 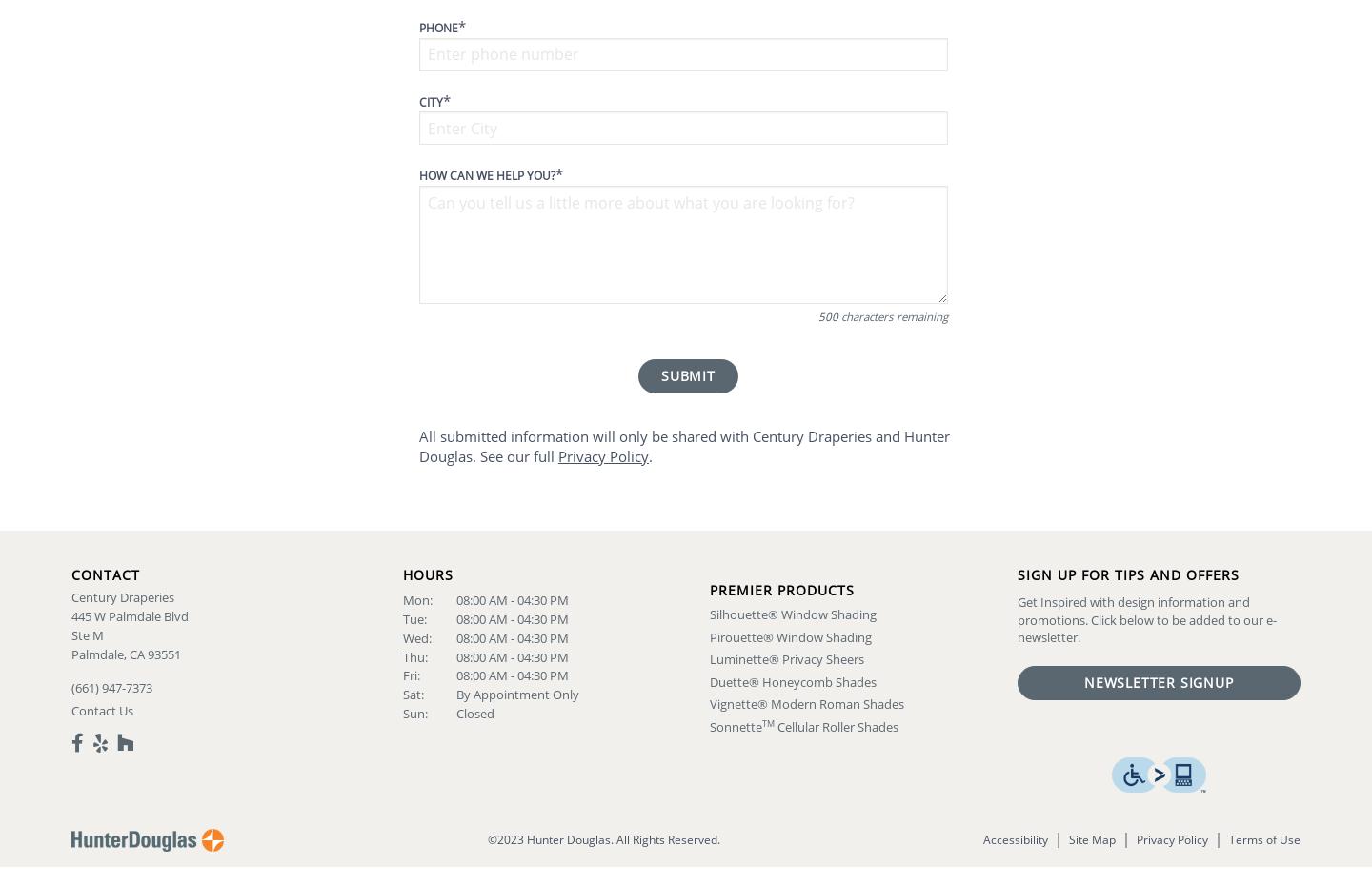 I want to click on 'Tue:', so click(x=402, y=617).